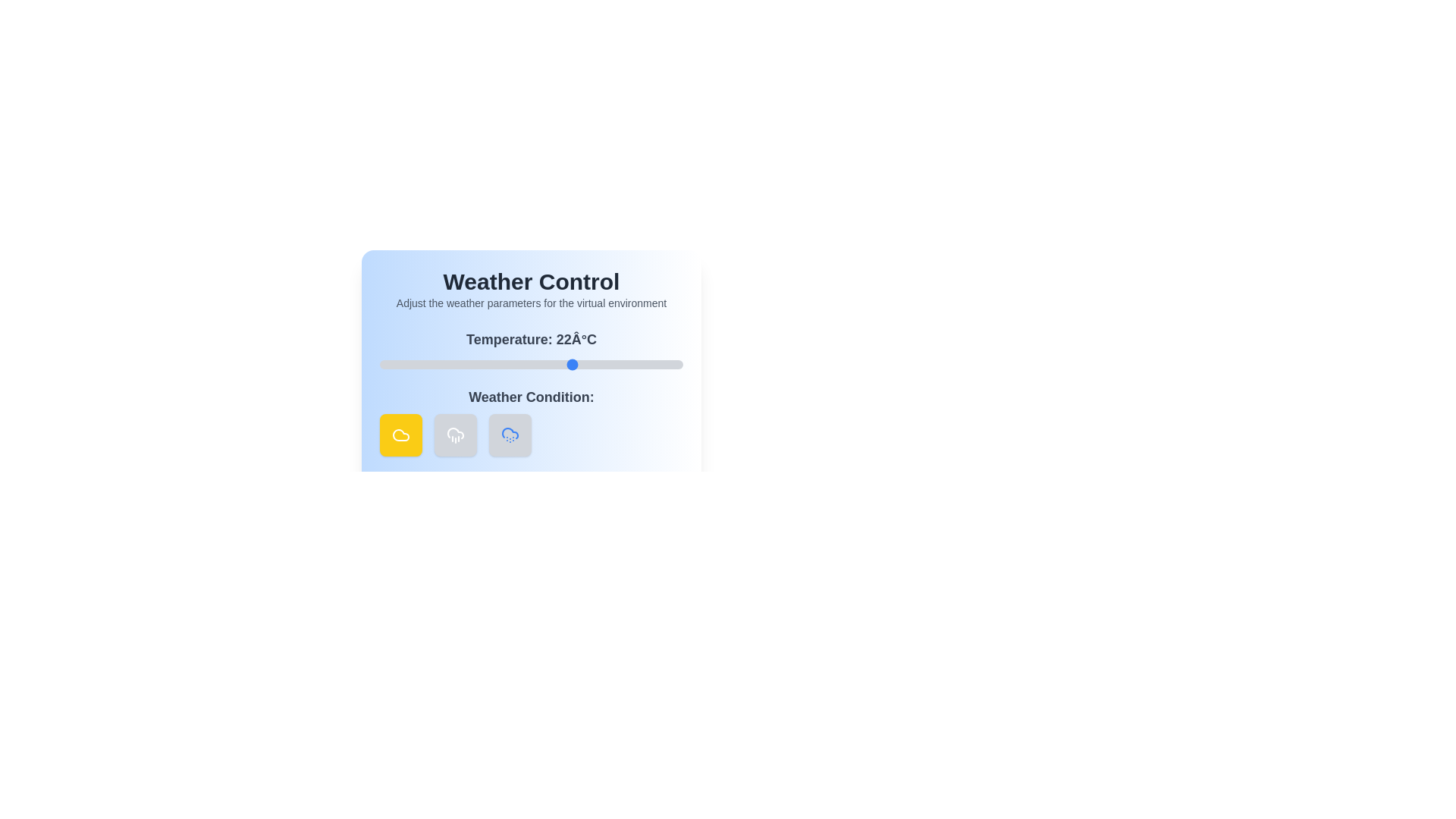  Describe the element at coordinates (416, 365) in the screenshot. I see `the temperature slider to -4 degrees` at that location.